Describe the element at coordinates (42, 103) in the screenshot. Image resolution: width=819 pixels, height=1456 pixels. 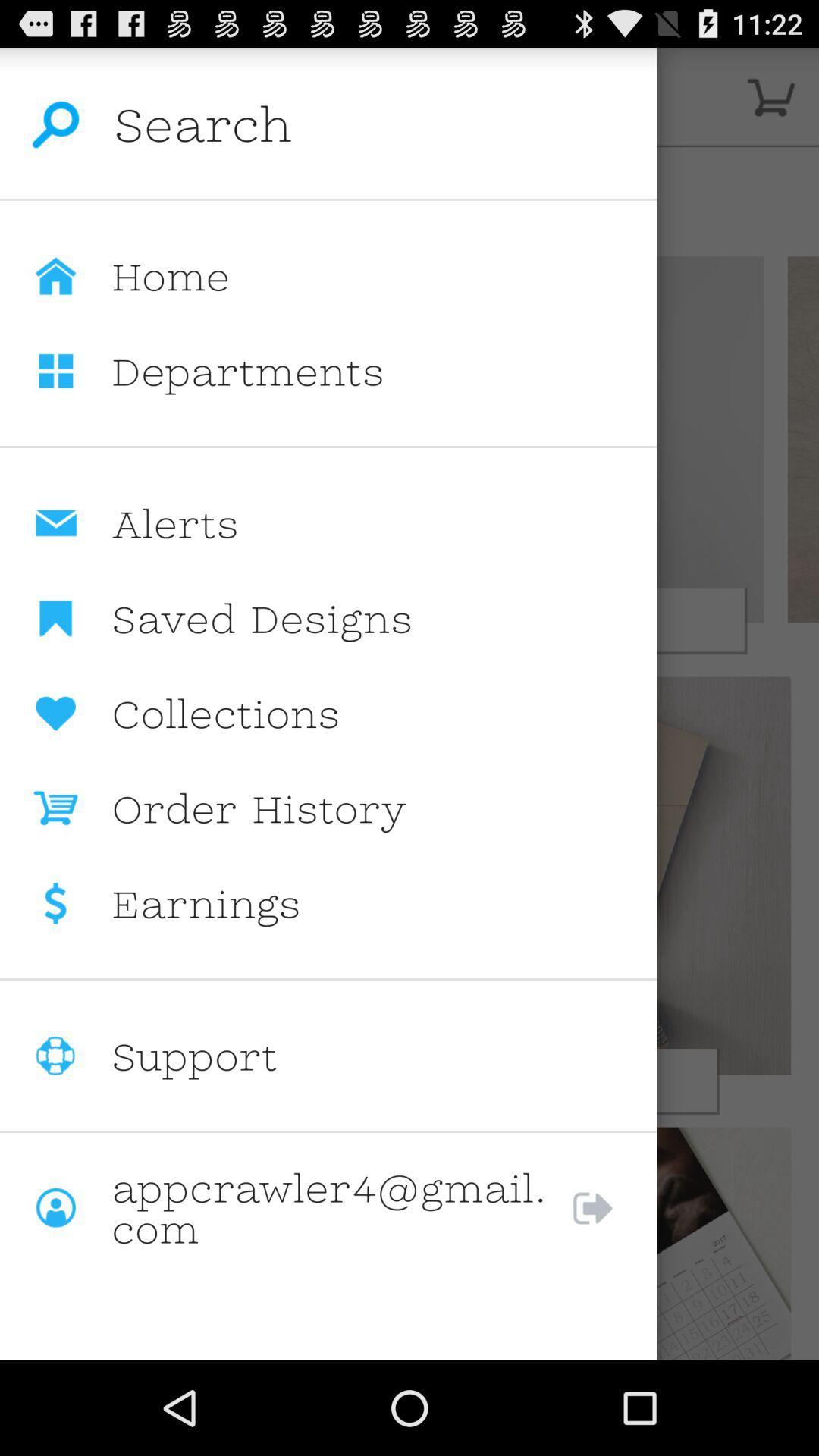
I see `the search icon` at that location.